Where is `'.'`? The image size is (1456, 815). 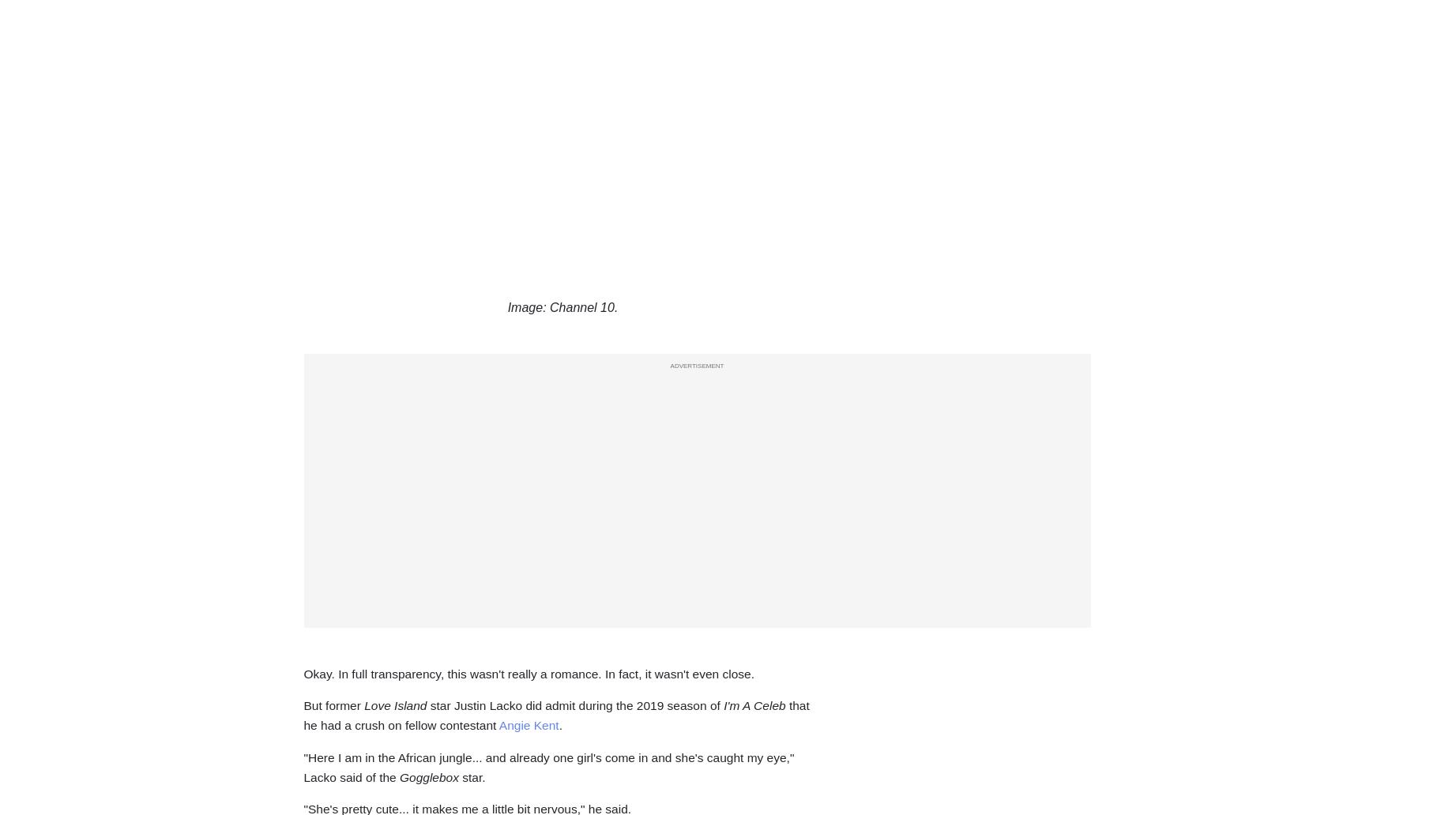
'.' is located at coordinates (559, 724).